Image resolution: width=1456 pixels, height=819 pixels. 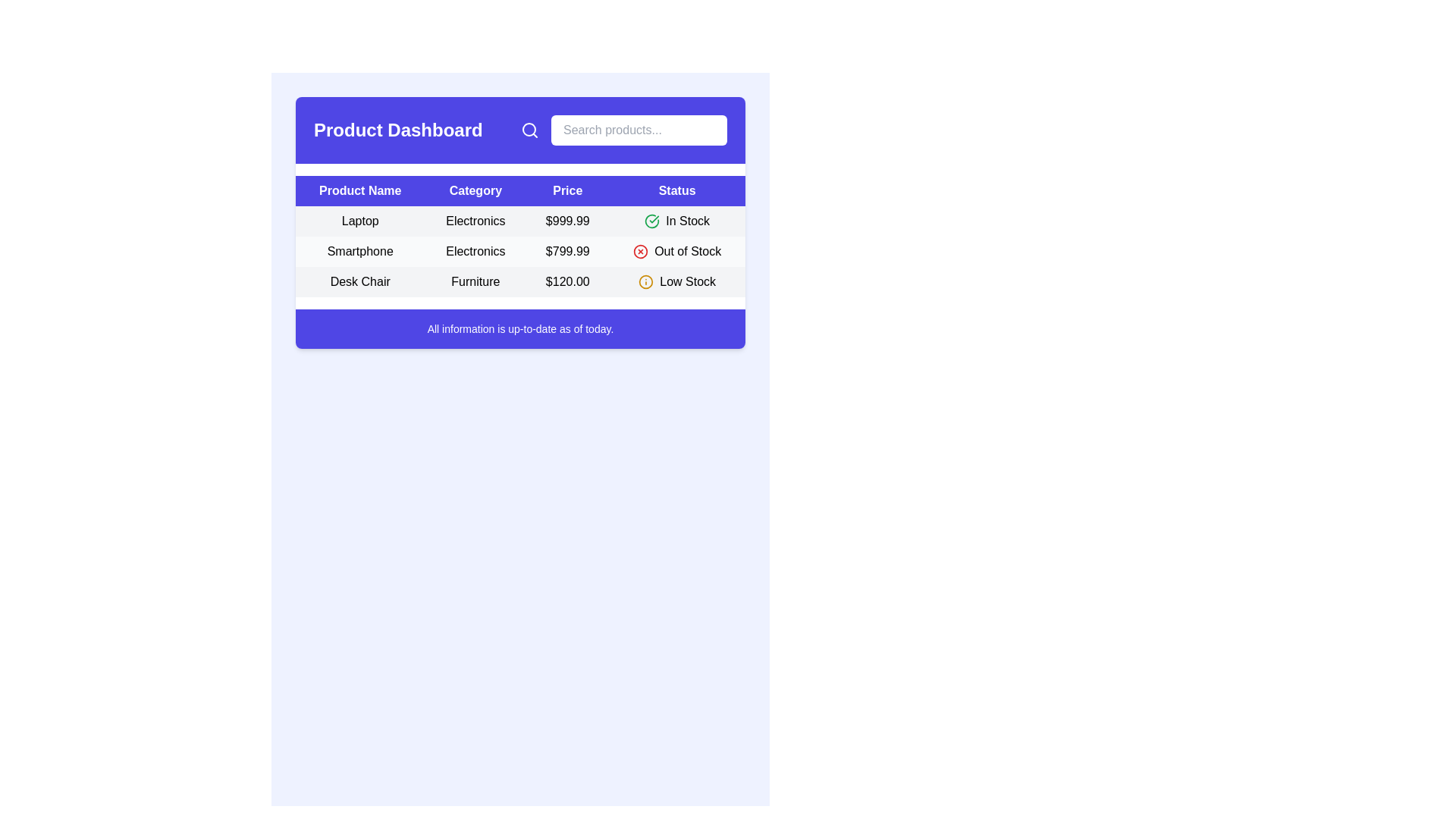 What do you see at coordinates (359, 221) in the screenshot?
I see `the Text label that identifies the product type or name in the first column of the first row under the 'Product Name' header, positioned to the left of the 'Electronics' label and displaying 'Laptop'` at bounding box center [359, 221].